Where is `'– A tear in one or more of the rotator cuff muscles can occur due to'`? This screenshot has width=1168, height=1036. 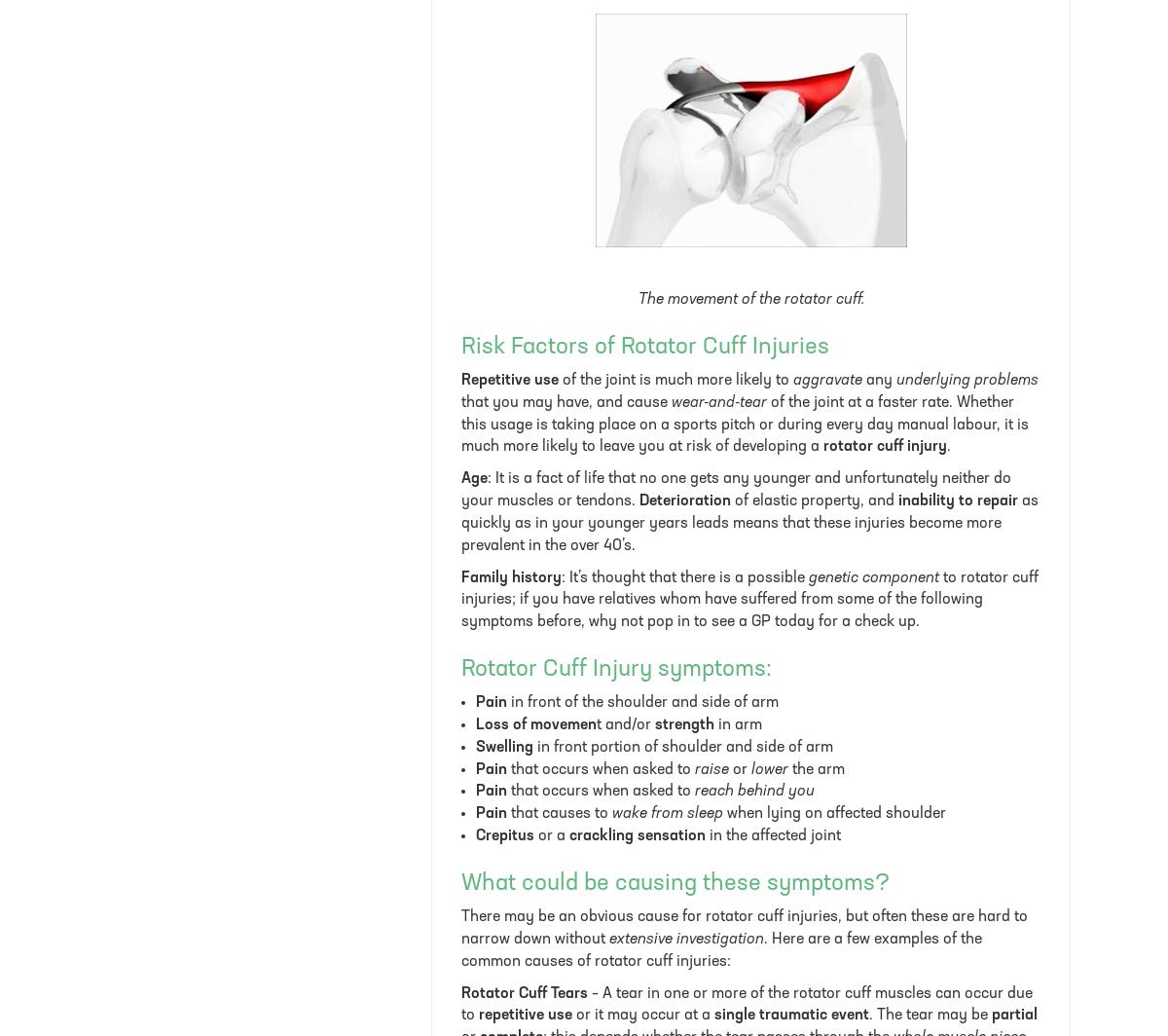 '– A tear in one or more of the rotator cuff muscles can occur due to' is located at coordinates (746, 1004).